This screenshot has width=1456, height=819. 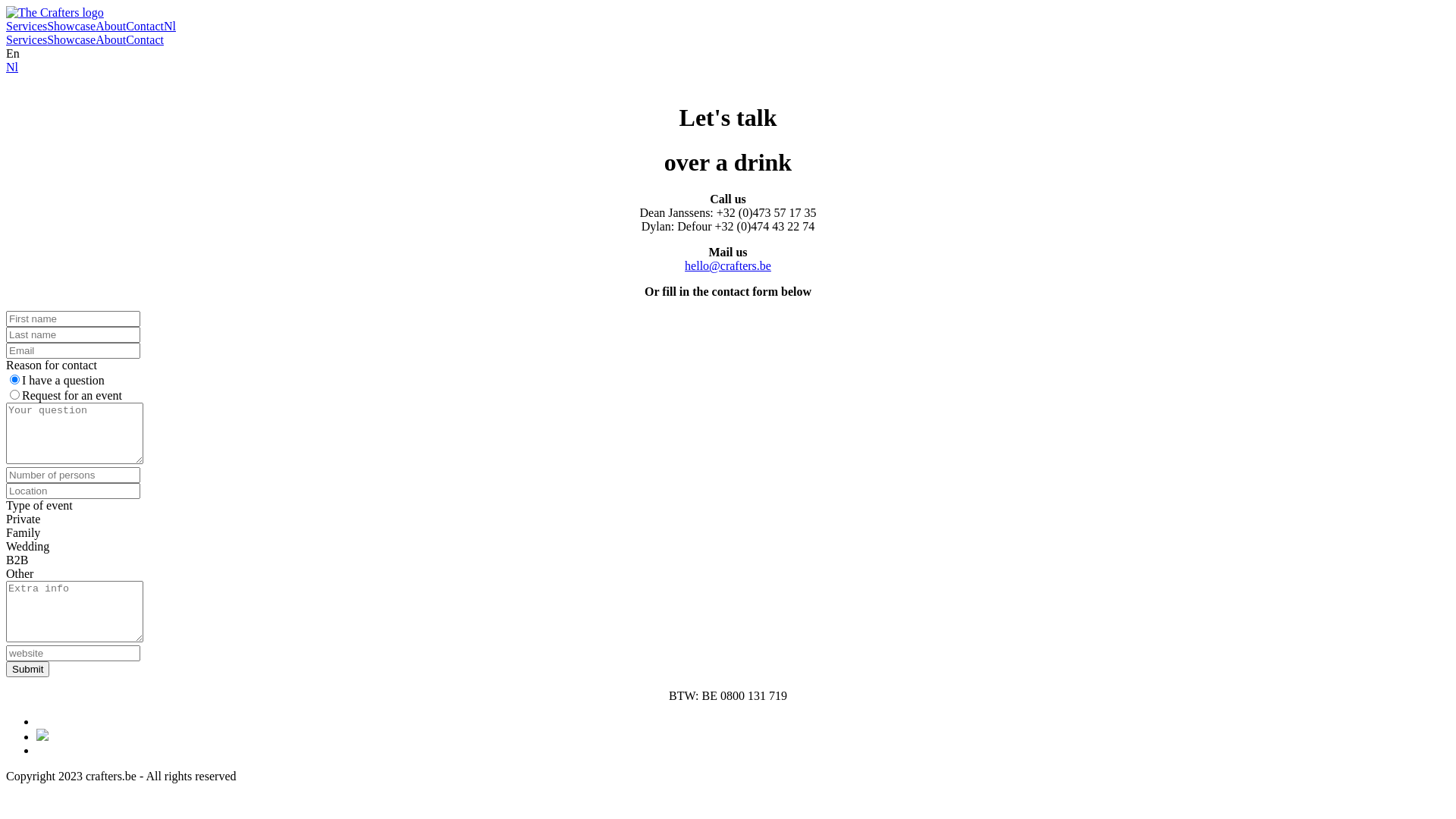 What do you see at coordinates (109, 39) in the screenshot?
I see `'About'` at bounding box center [109, 39].